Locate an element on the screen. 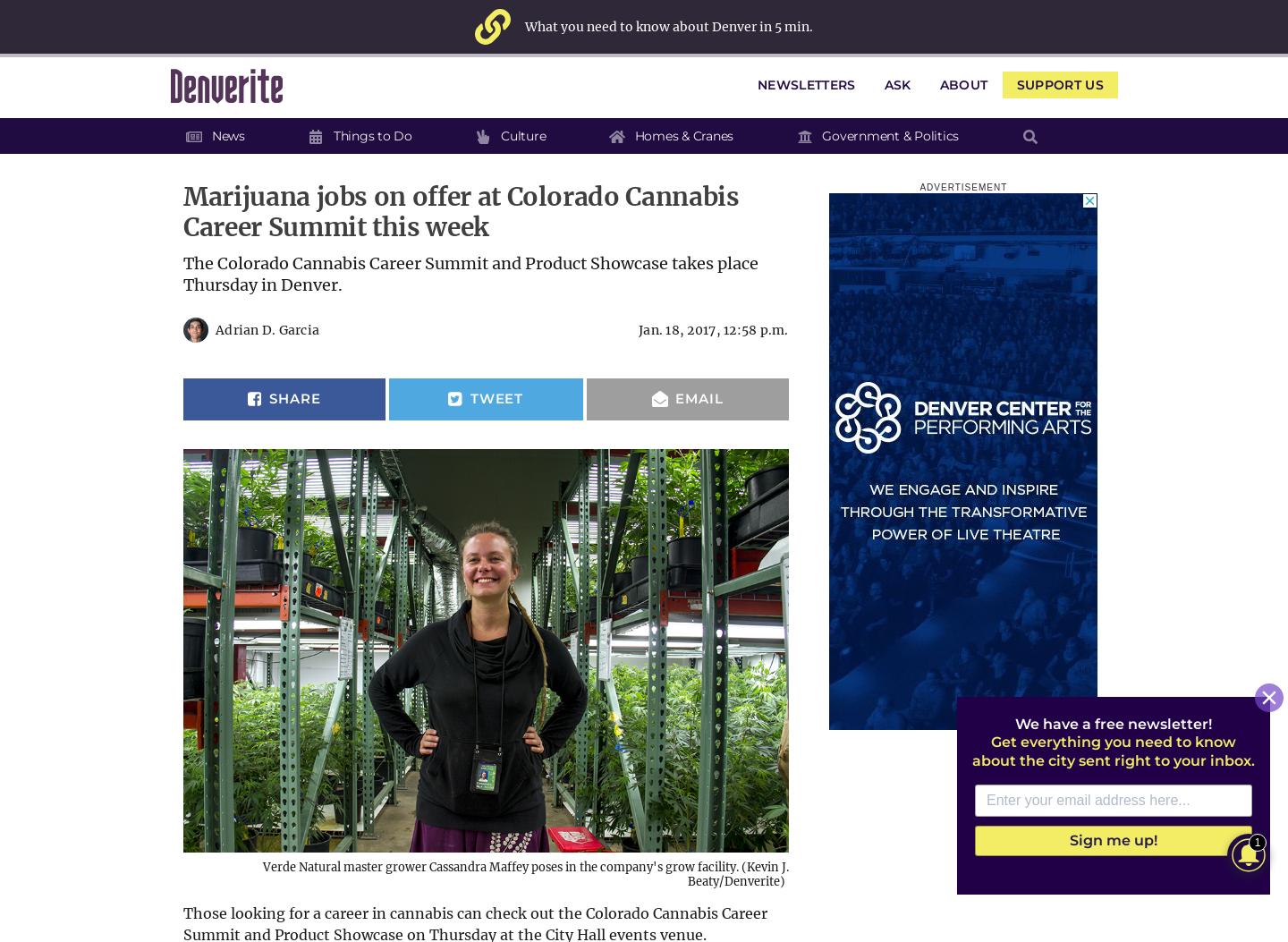 This screenshot has width=1288, height=942. 'Culture' is located at coordinates (522, 134).